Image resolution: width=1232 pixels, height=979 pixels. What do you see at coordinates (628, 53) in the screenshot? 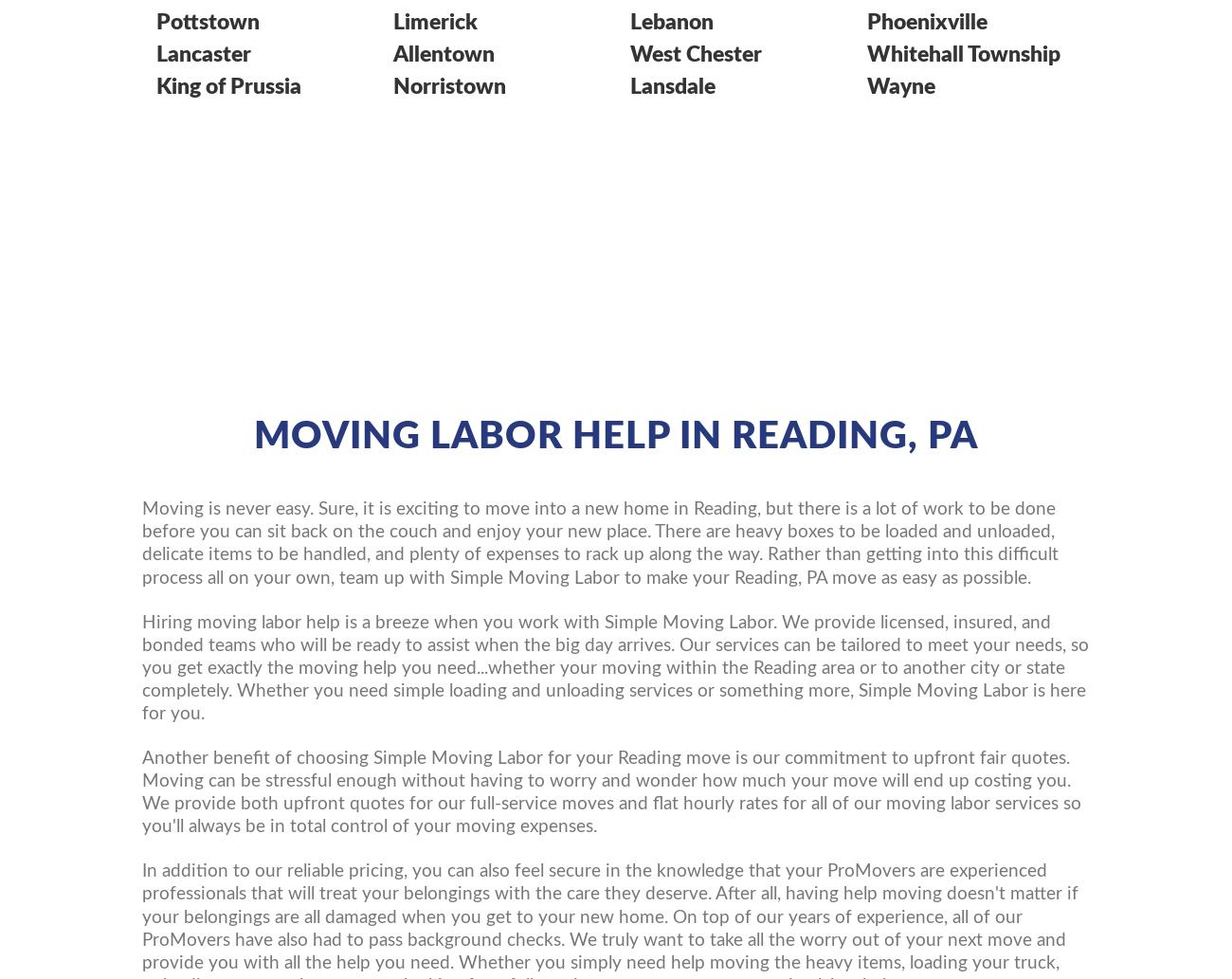
I see `'West Chester'` at bounding box center [628, 53].